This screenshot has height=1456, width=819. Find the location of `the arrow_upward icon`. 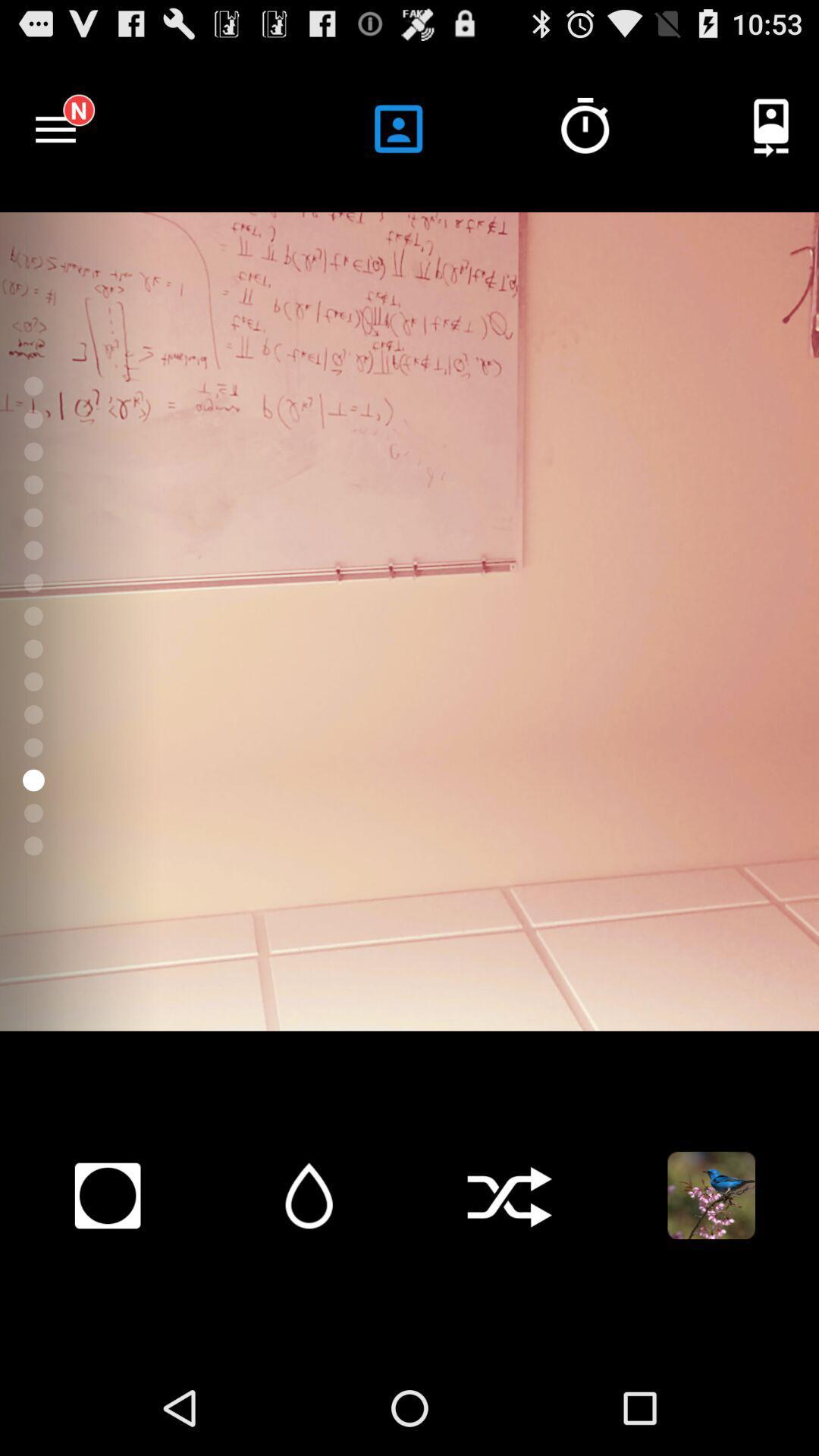

the arrow_upward icon is located at coordinates (308, 1279).